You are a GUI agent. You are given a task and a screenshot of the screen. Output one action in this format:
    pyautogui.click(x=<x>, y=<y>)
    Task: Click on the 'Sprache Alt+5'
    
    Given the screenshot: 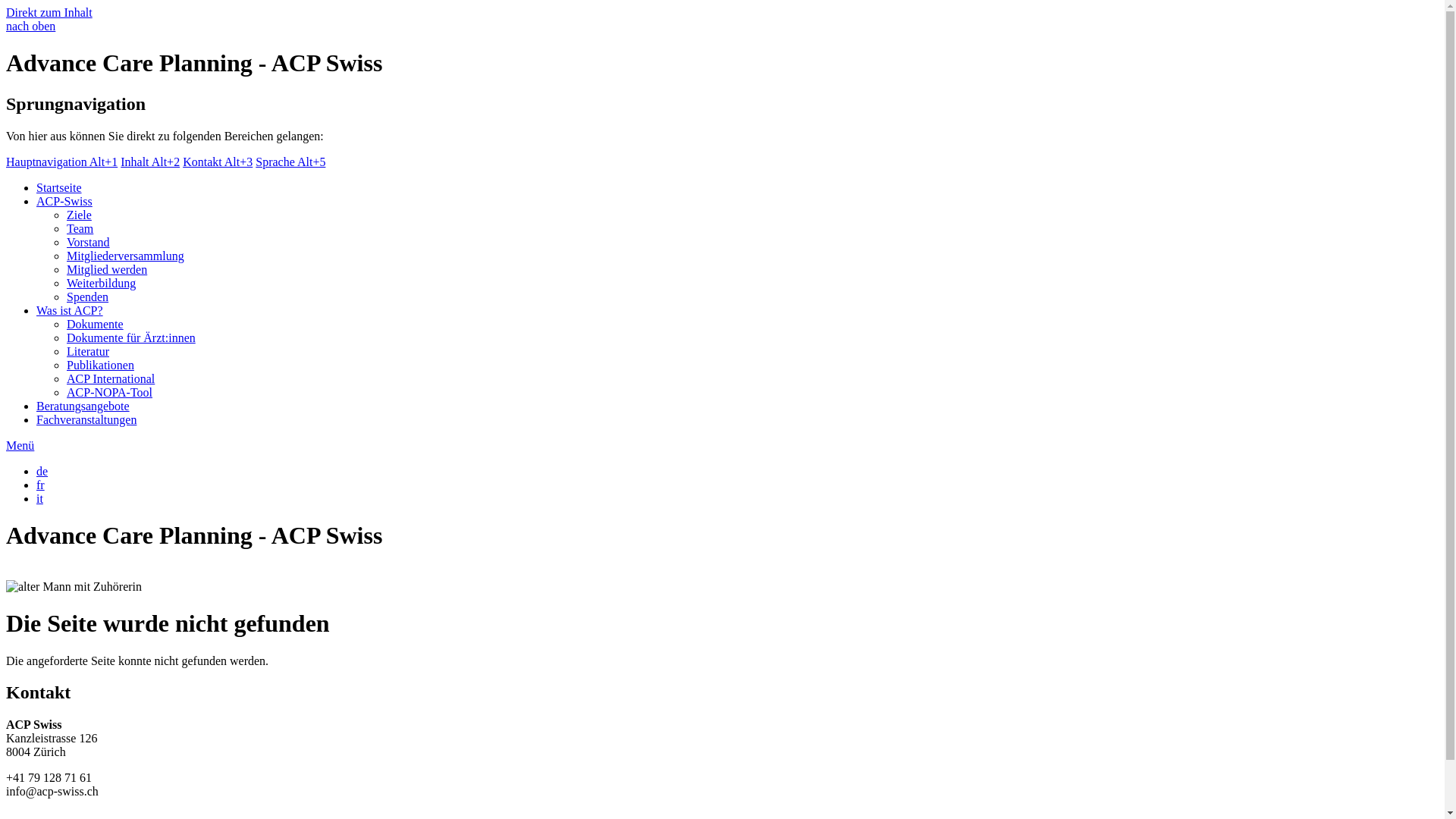 What is the action you would take?
    pyautogui.click(x=290, y=162)
    